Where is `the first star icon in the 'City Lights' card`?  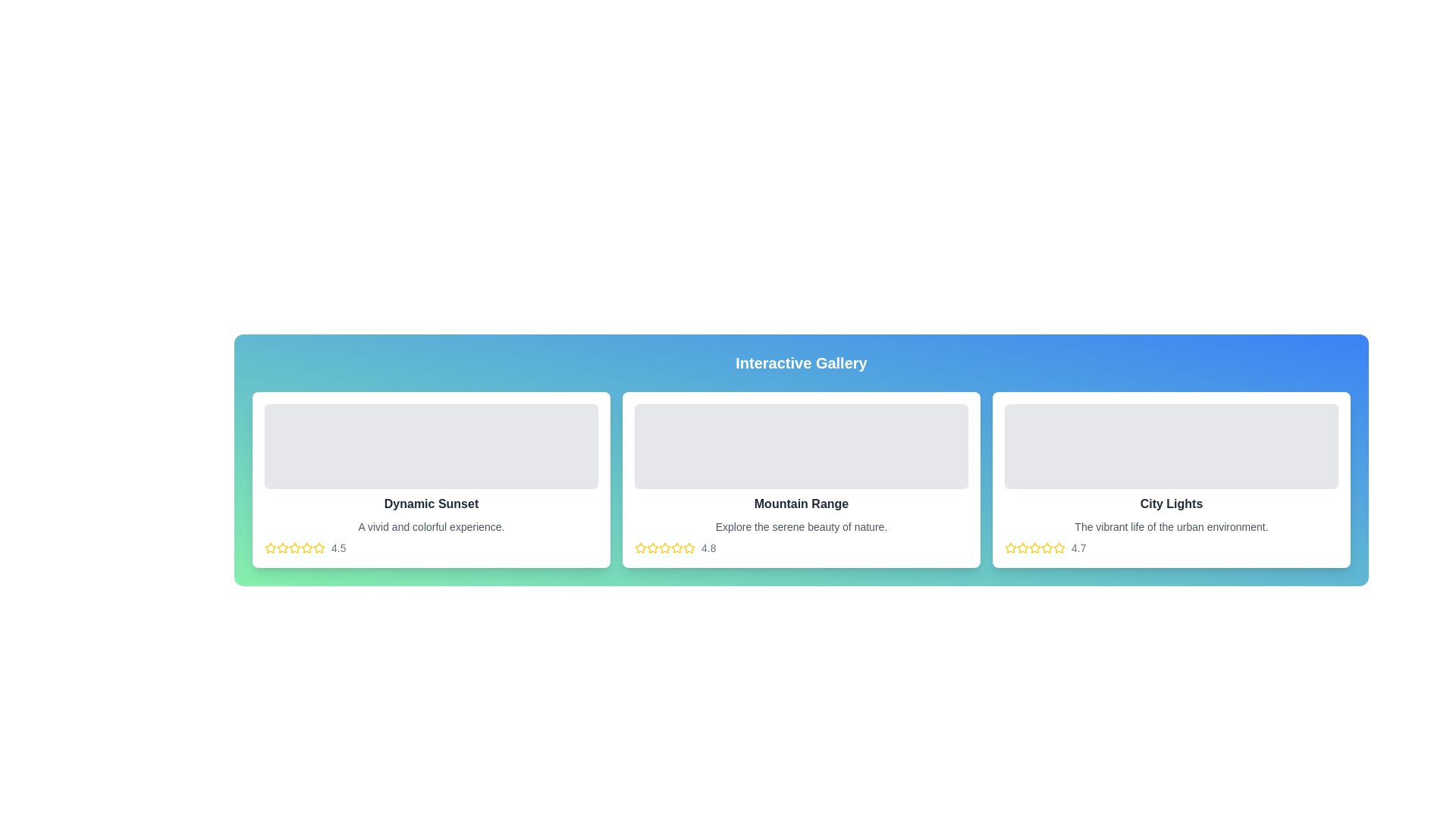
the first star icon in the 'City Lights' card is located at coordinates (1022, 547).